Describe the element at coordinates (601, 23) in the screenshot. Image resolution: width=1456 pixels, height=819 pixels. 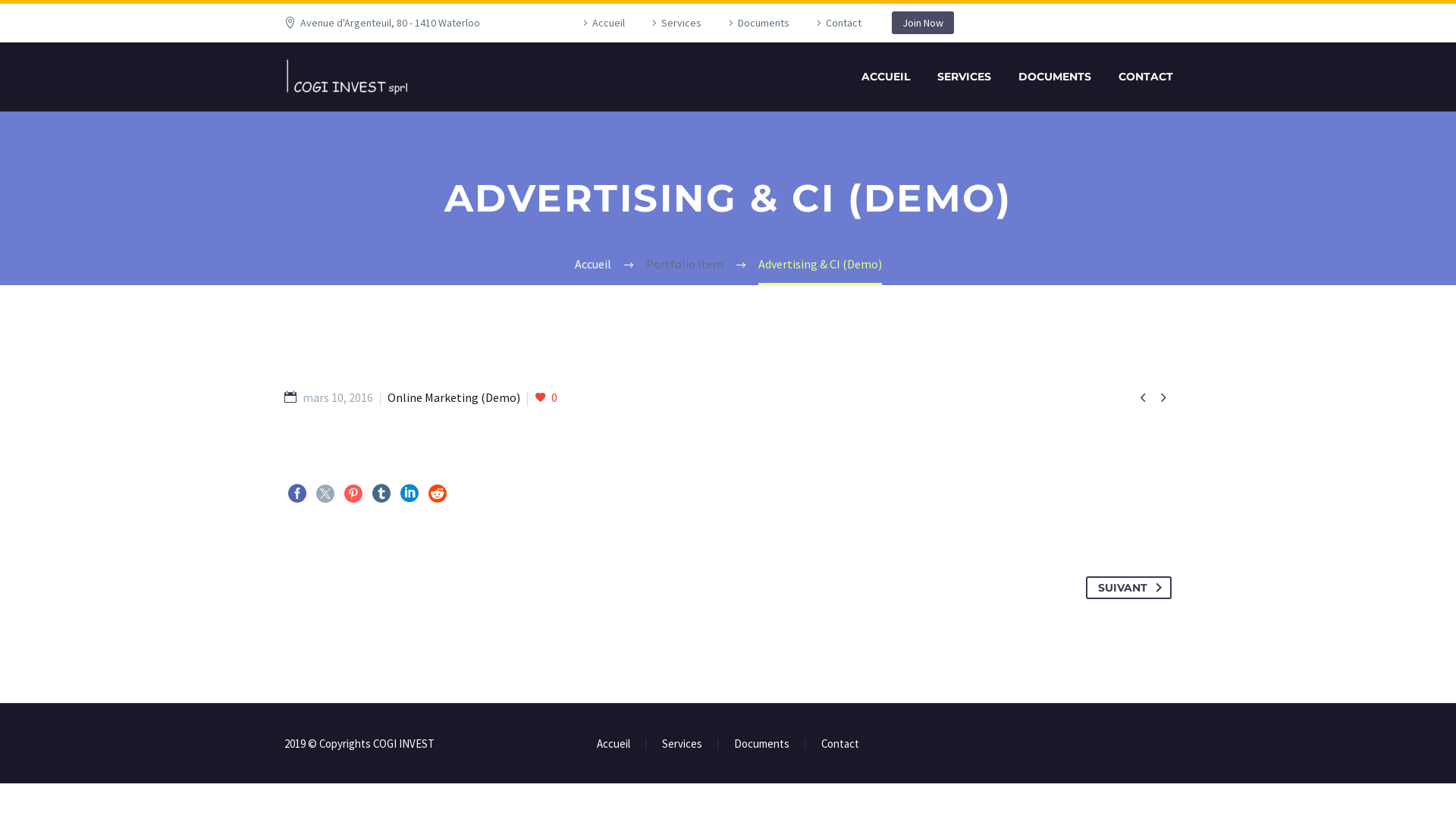
I see `'Accueil'` at that location.